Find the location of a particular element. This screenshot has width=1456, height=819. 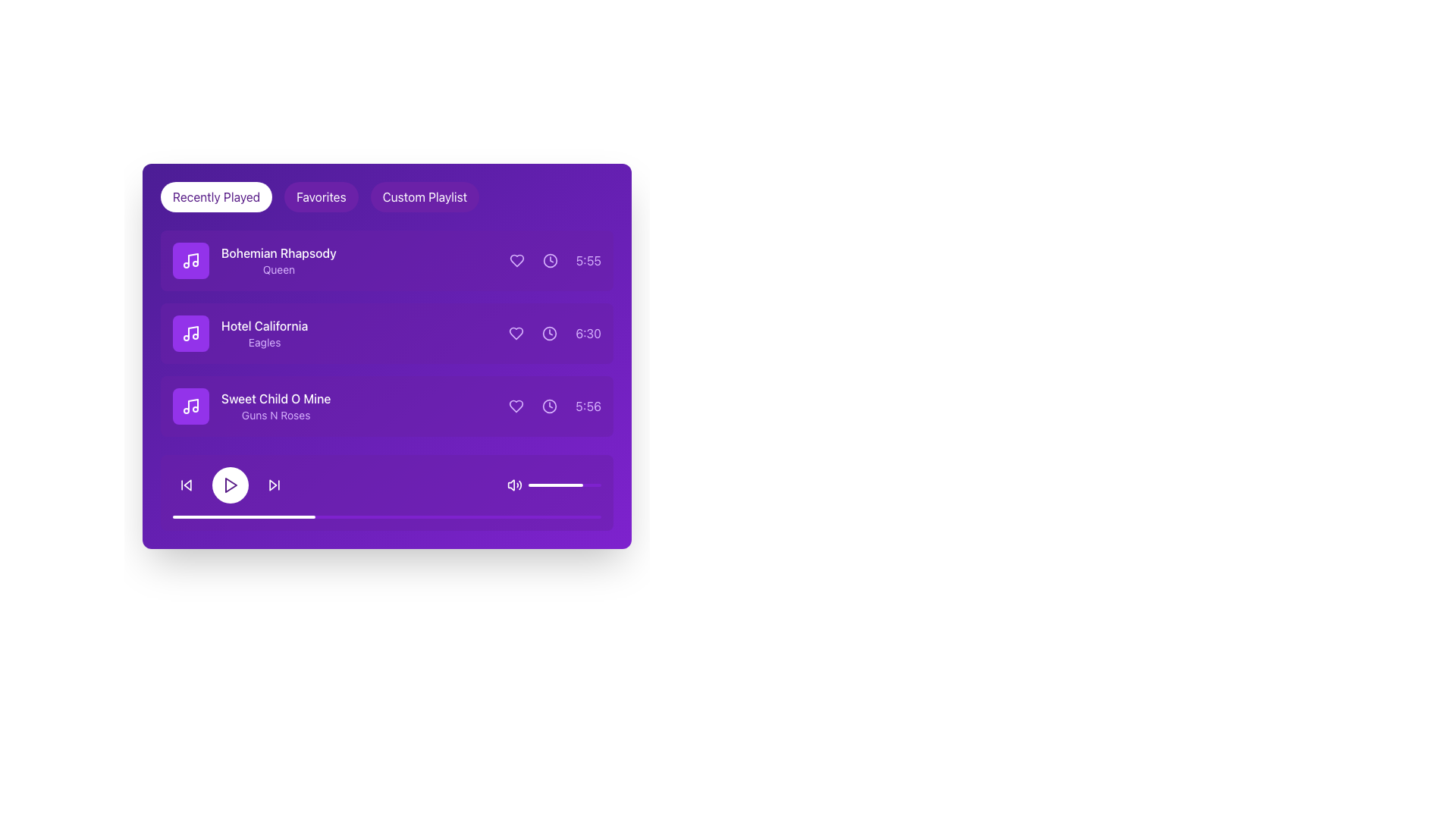

the skip to next track button is located at coordinates (274, 485).